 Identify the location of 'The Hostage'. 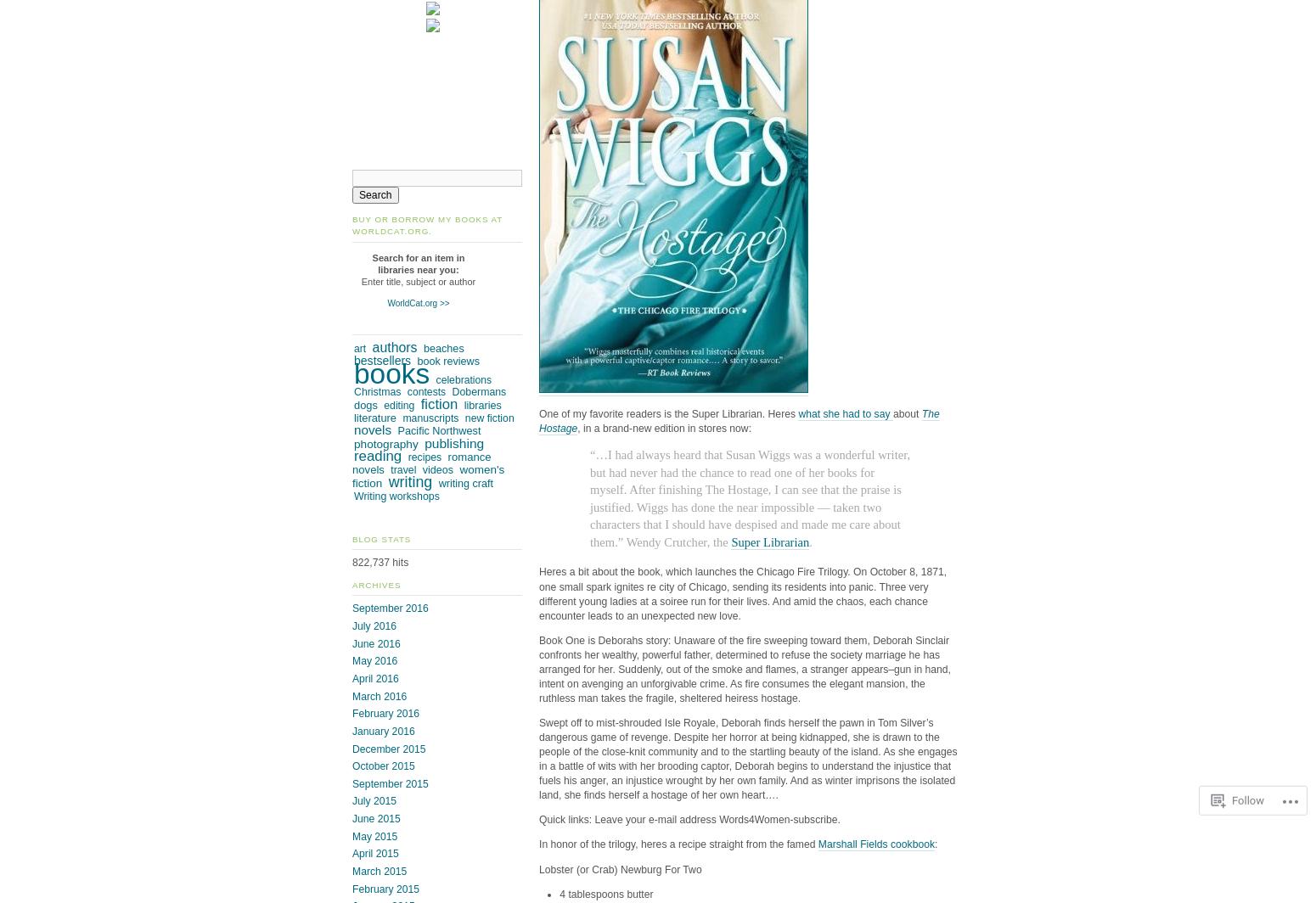
(739, 421).